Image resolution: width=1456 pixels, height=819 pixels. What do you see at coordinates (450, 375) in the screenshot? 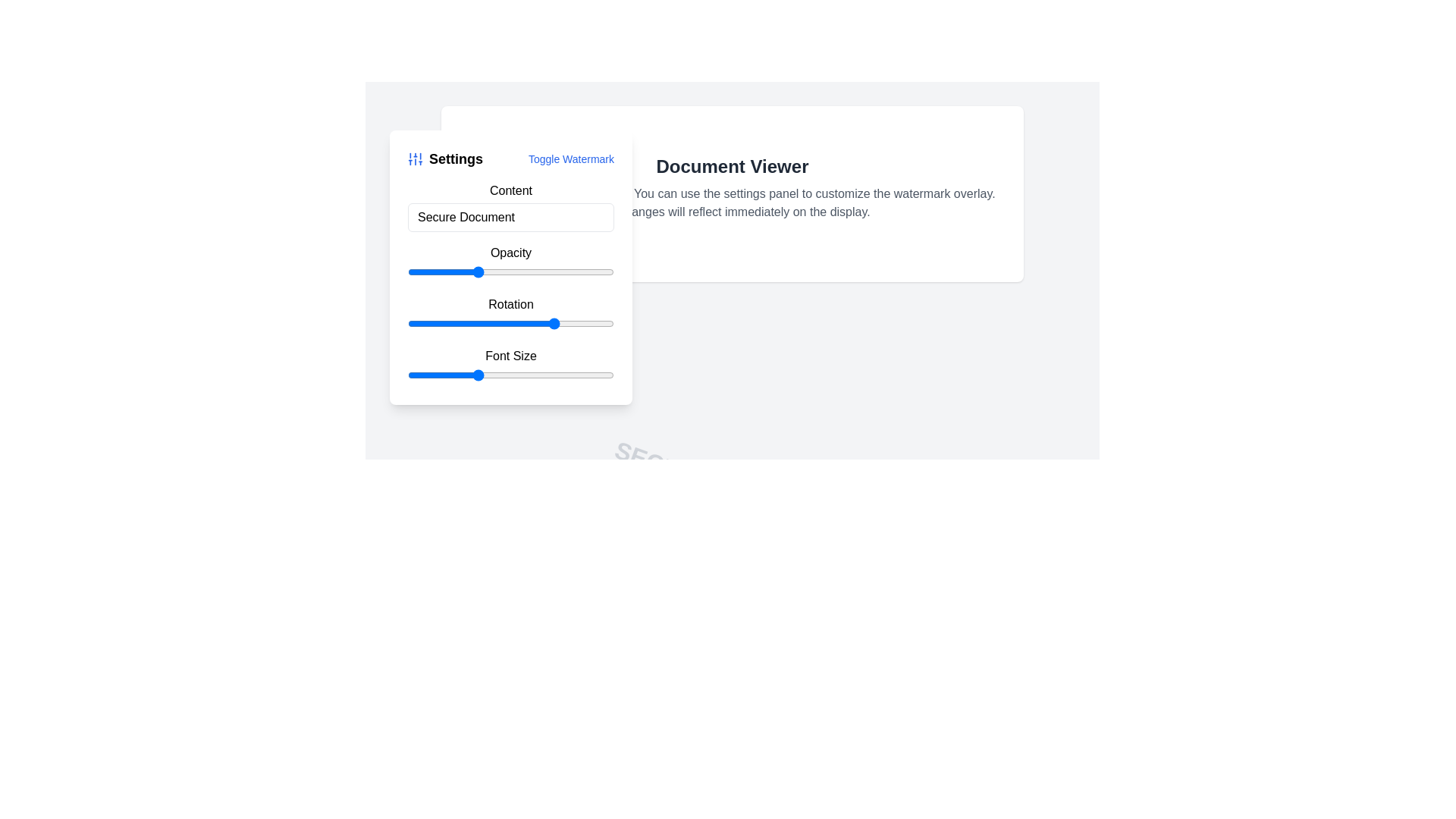
I see `the font size` at bounding box center [450, 375].